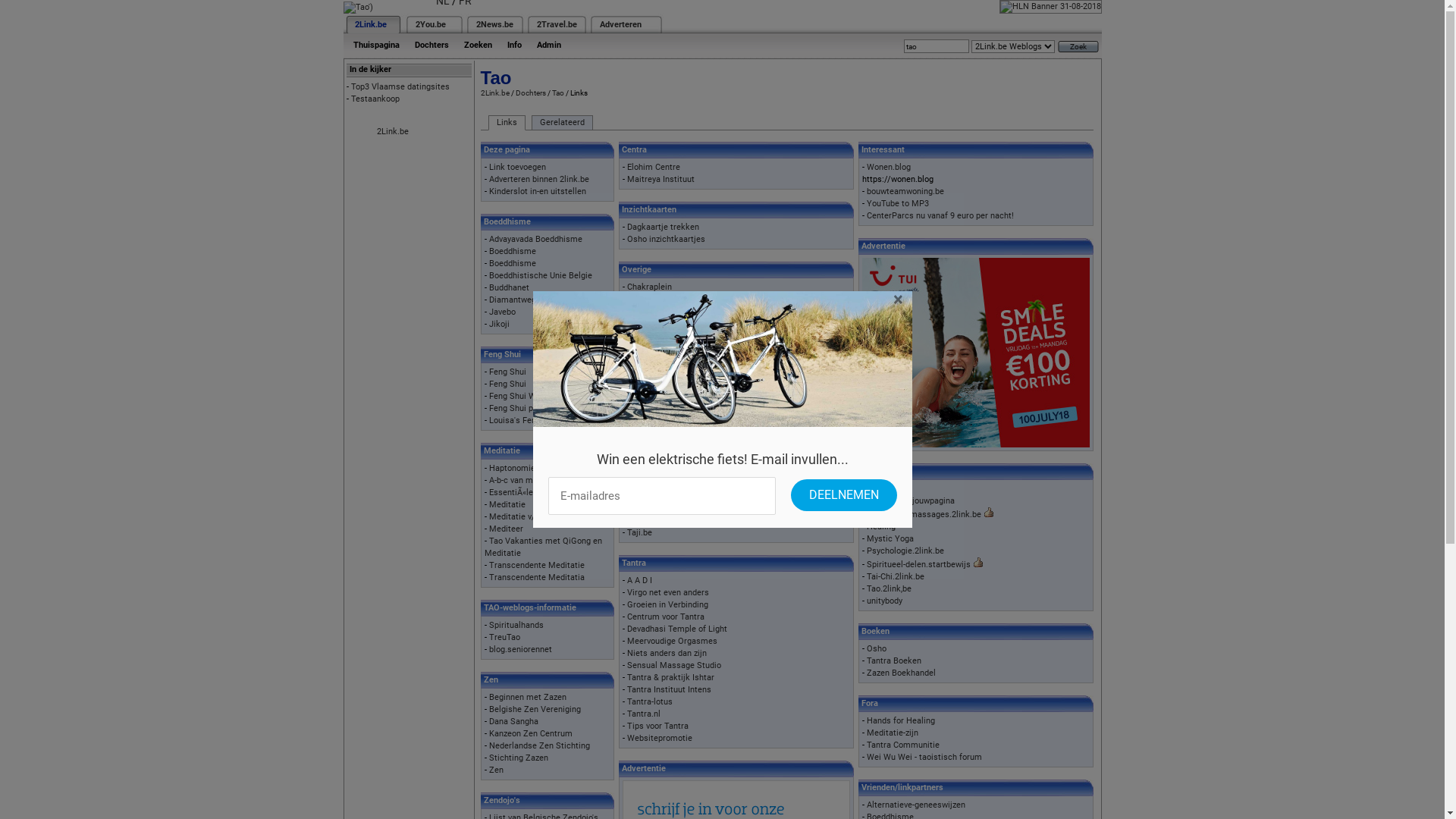  Describe the element at coordinates (513, 44) in the screenshot. I see `'Info'` at that location.